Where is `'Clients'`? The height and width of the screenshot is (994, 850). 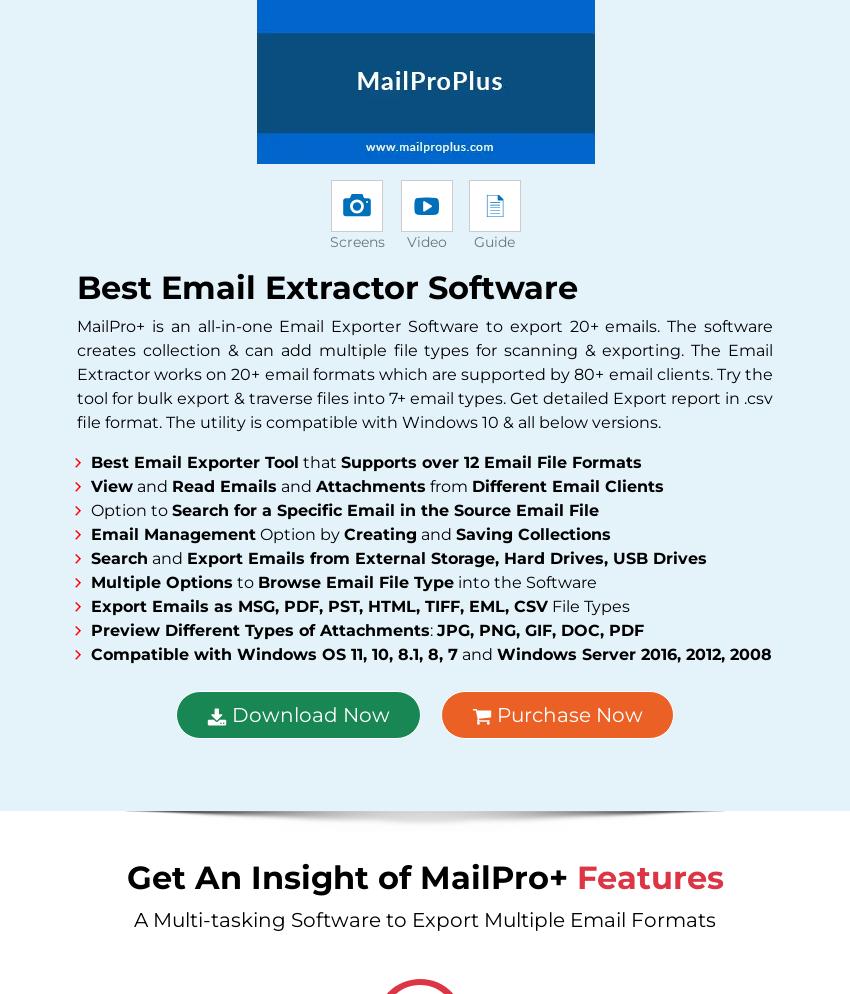 'Clients' is located at coordinates (402, 122).